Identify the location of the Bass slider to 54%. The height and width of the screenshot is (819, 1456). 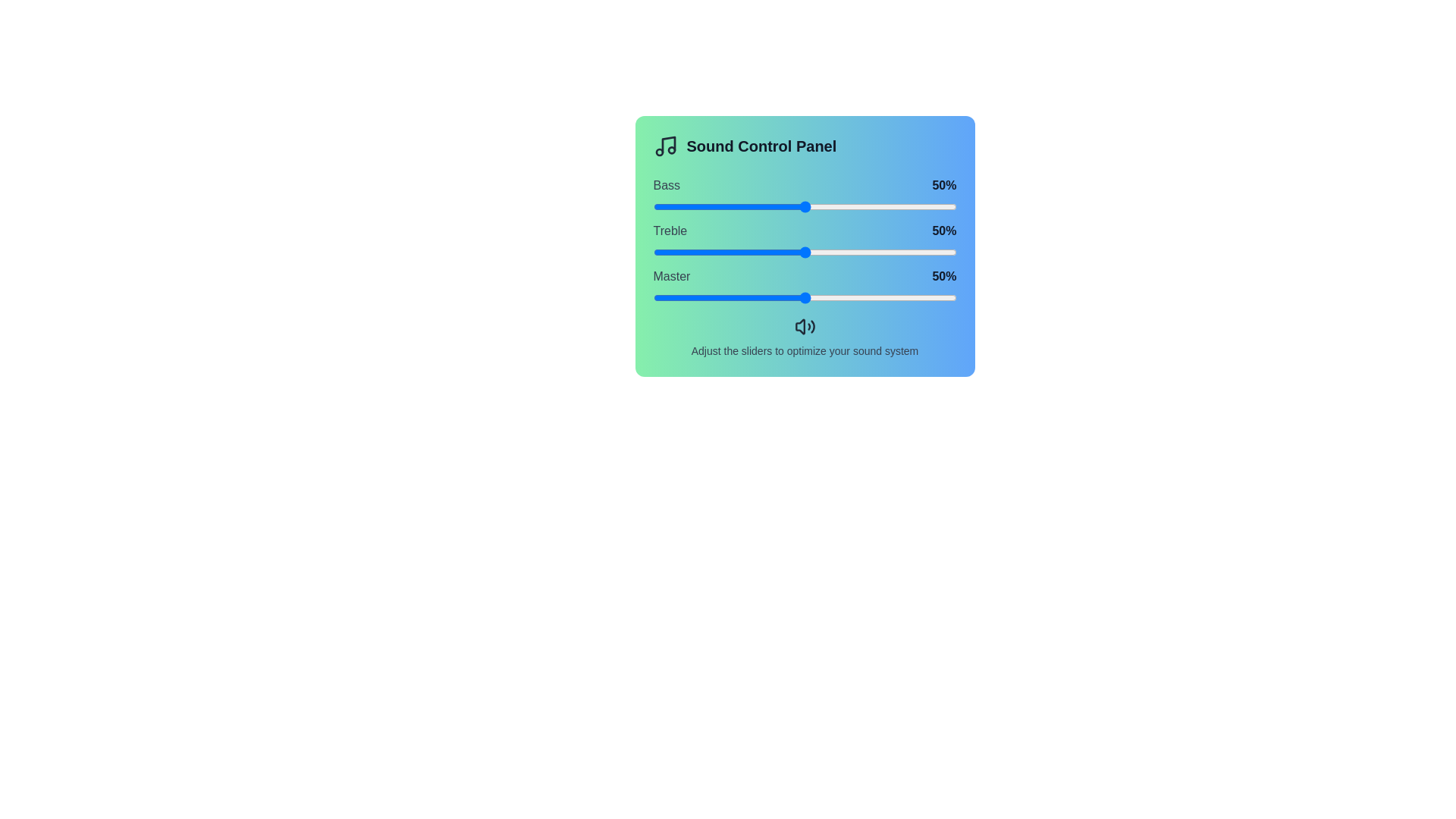
(816, 207).